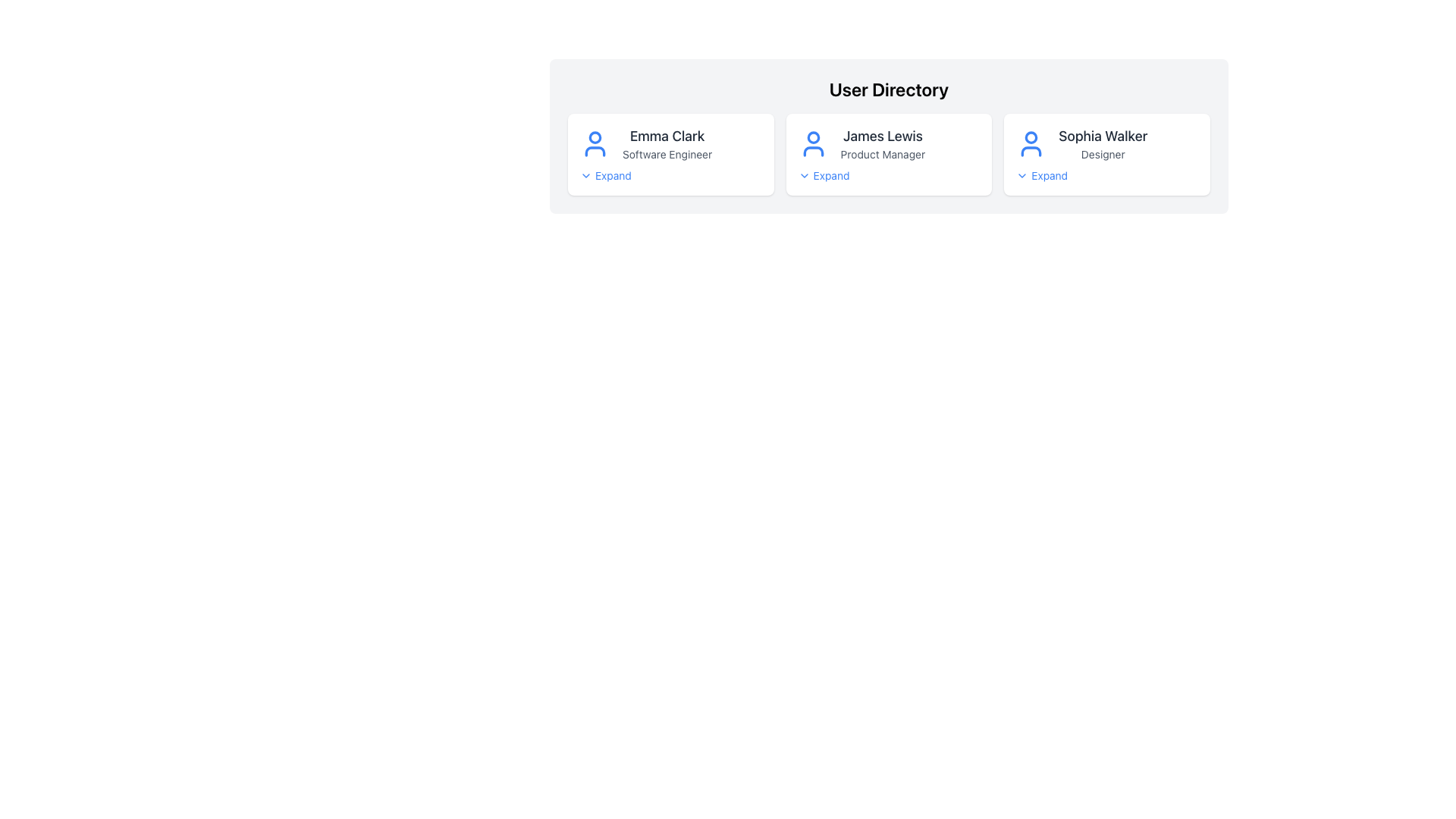 The width and height of the screenshot is (1456, 819). I want to click on the non-interactive Text label displaying 'Product Manager', positioned below 'James Lewis' in the User Directory layout, so click(883, 155).